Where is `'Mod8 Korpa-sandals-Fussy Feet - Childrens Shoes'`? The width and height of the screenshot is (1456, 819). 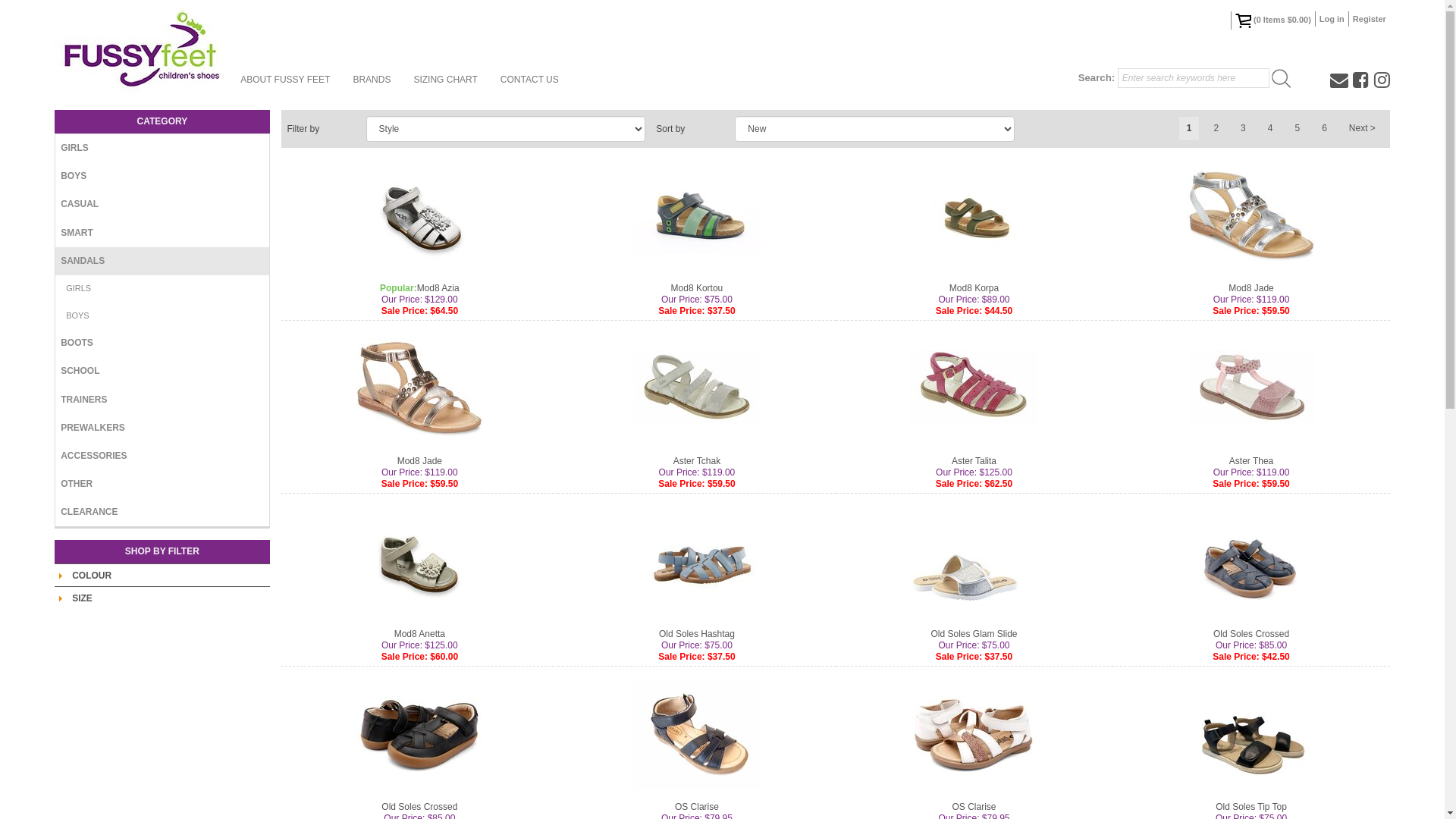
'Mod8 Korpa-sandals-Fussy Feet - Childrens Shoes' is located at coordinates (973, 215).